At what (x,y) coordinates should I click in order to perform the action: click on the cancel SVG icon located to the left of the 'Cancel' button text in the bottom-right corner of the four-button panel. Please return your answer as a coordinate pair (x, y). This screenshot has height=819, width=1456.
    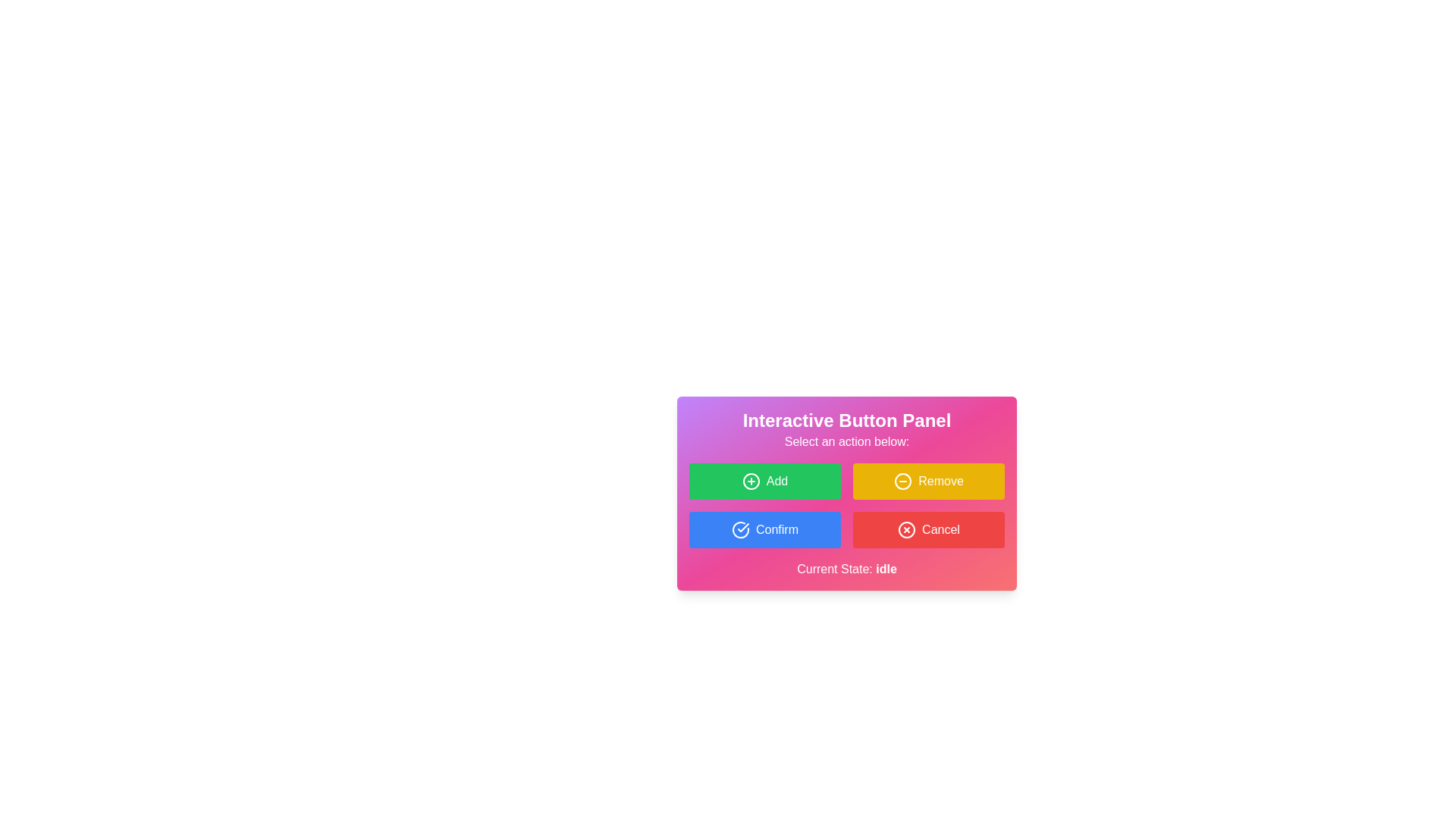
    Looking at the image, I should click on (907, 529).